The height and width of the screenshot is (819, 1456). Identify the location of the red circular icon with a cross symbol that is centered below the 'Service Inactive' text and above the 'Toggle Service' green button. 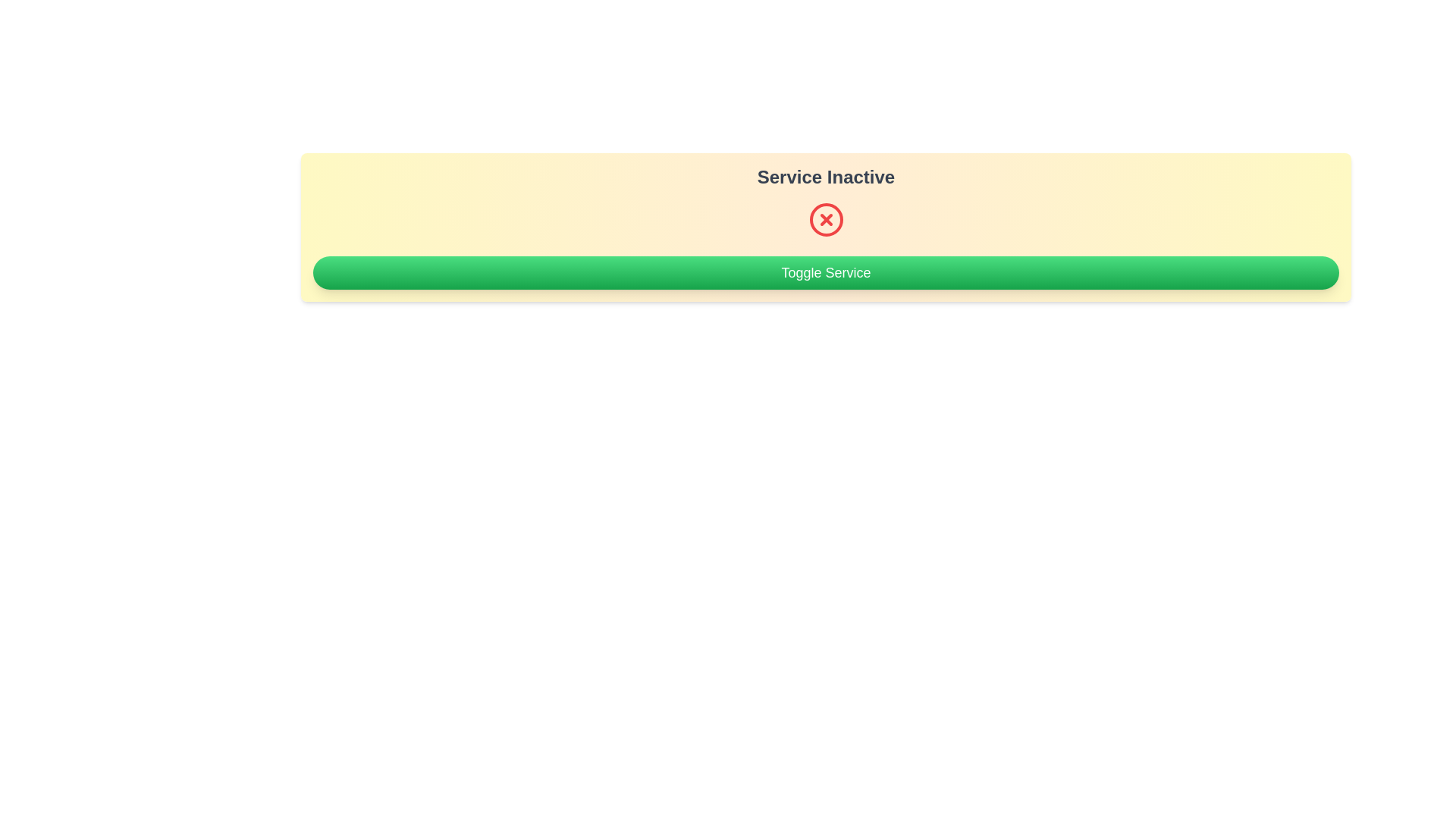
(825, 219).